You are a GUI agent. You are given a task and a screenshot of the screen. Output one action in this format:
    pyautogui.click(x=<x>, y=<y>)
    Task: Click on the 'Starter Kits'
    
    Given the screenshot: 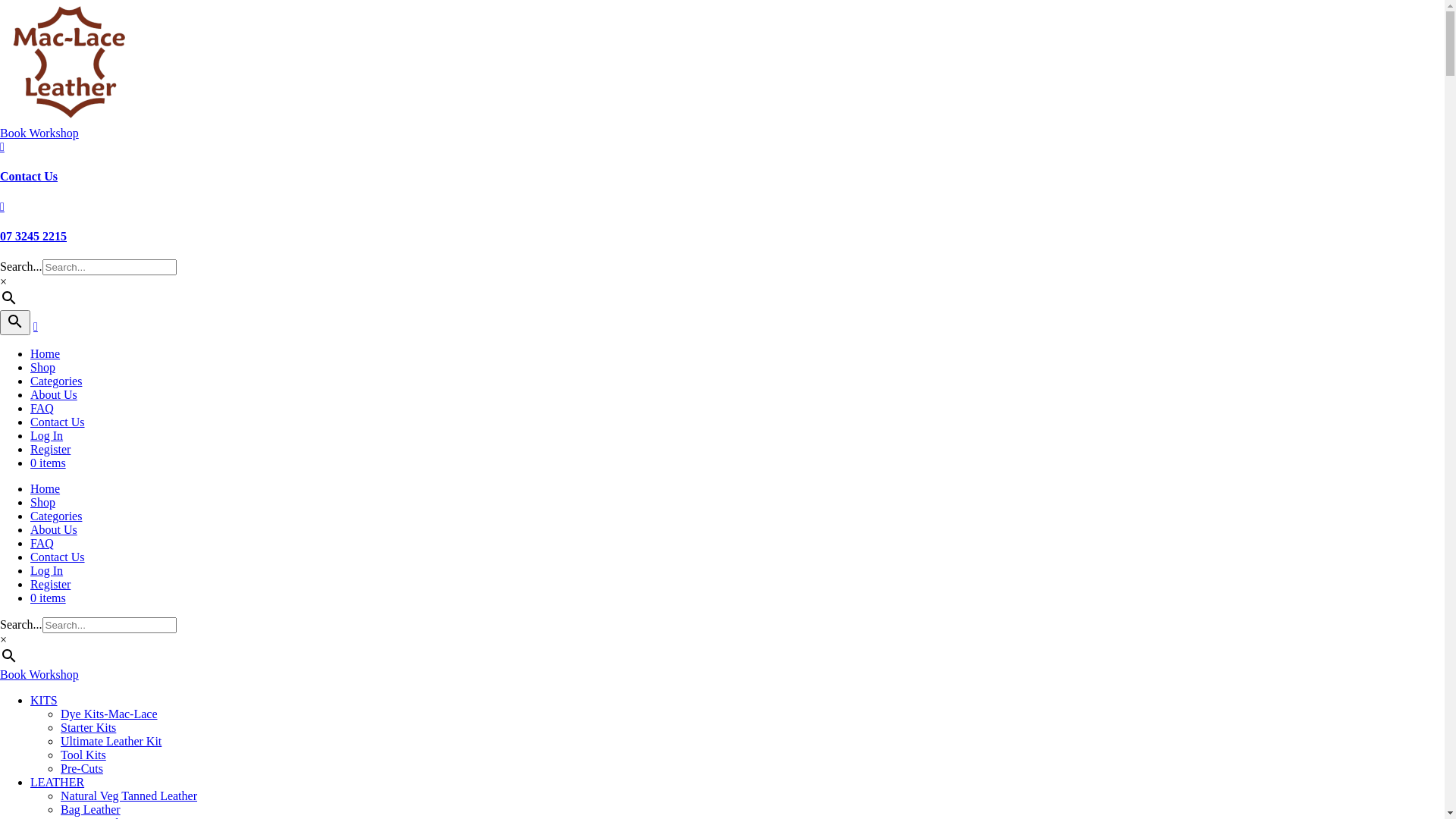 What is the action you would take?
    pyautogui.click(x=87, y=726)
    